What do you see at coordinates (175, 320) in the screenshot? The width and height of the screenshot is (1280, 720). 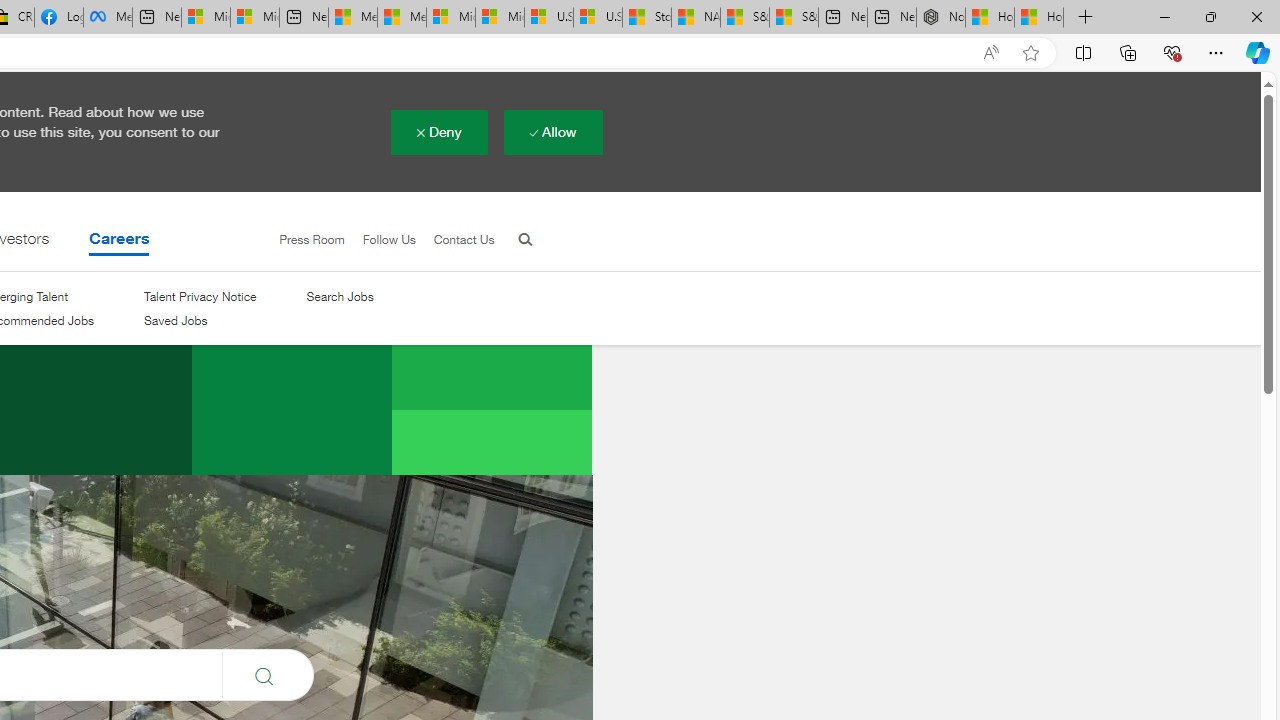 I see `'Saved Jobs'` at bounding box center [175, 320].